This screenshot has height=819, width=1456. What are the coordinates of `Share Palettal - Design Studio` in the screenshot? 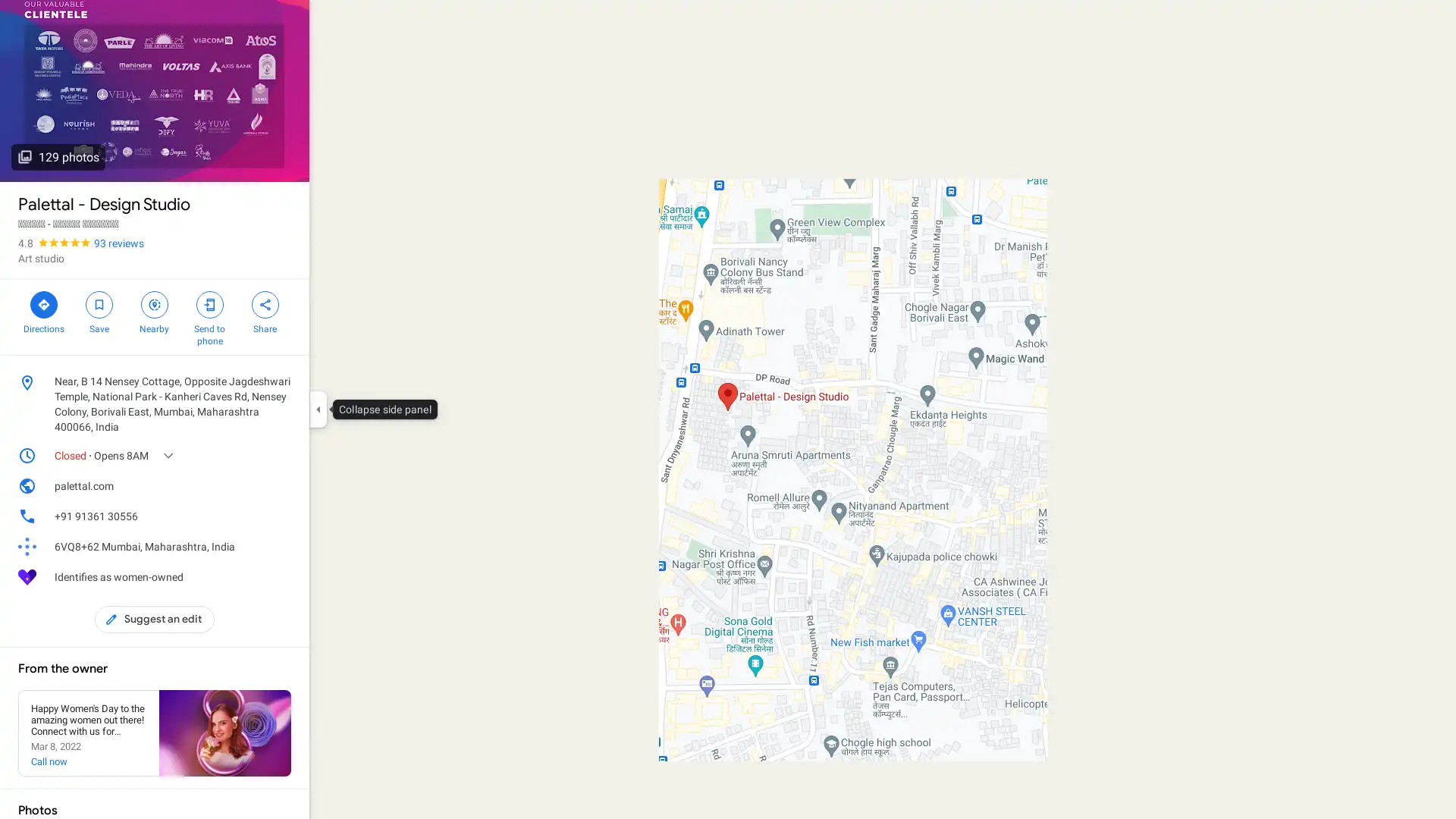 It's located at (265, 309).